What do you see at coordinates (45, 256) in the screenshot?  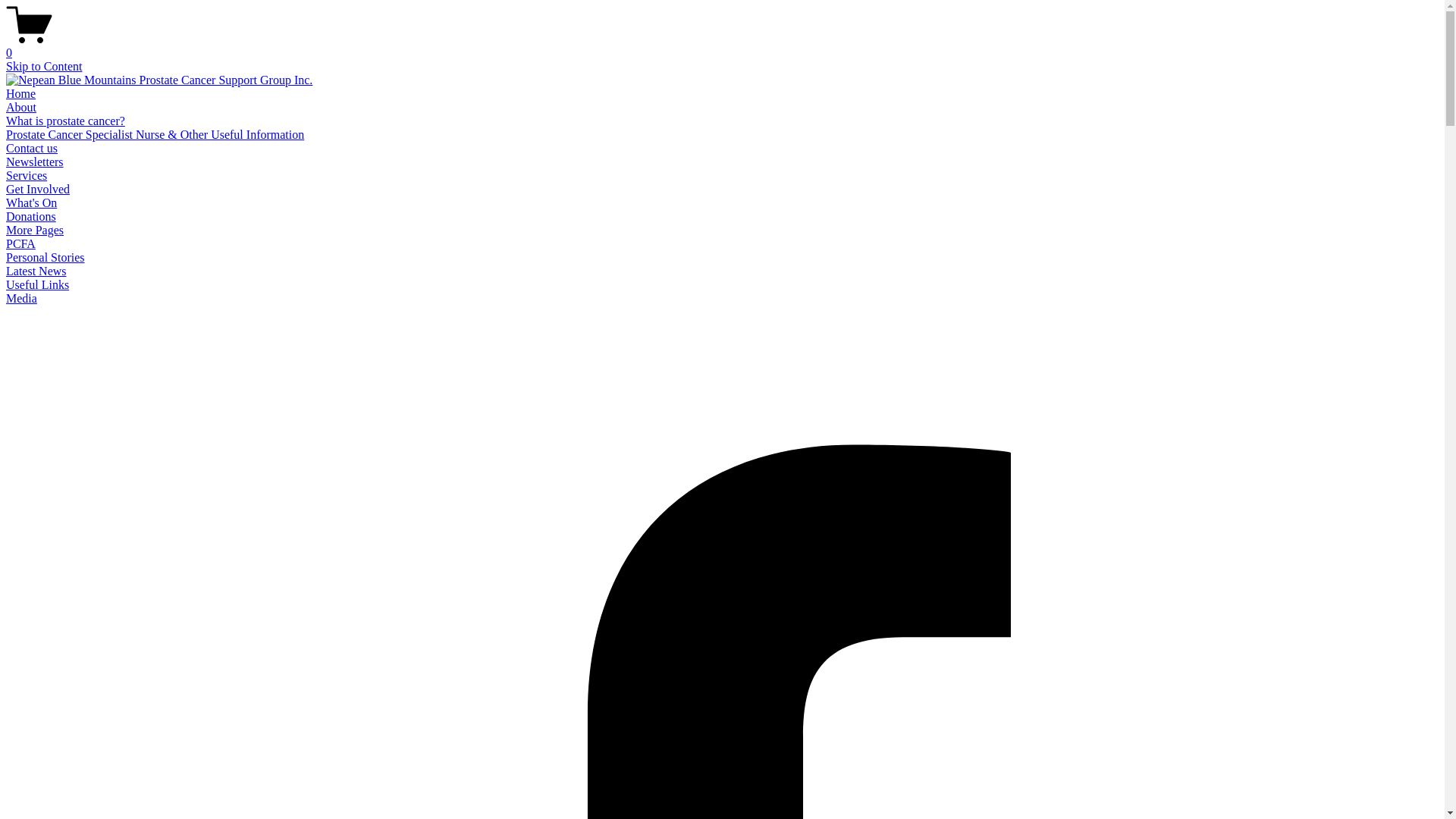 I see `'Personal Stories'` at bounding box center [45, 256].